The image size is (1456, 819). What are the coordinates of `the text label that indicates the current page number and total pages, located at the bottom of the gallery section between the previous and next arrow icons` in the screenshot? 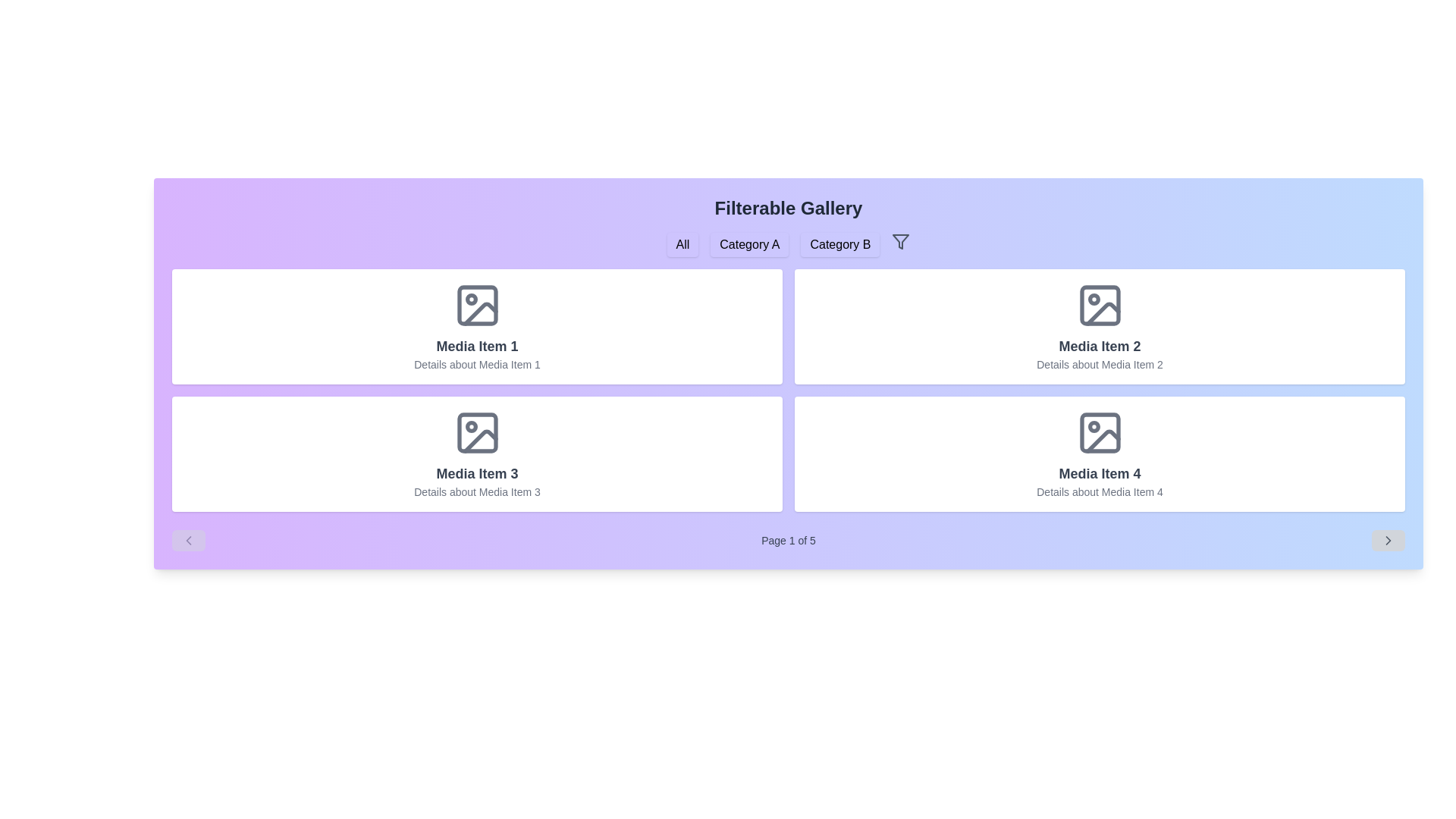 It's located at (789, 540).